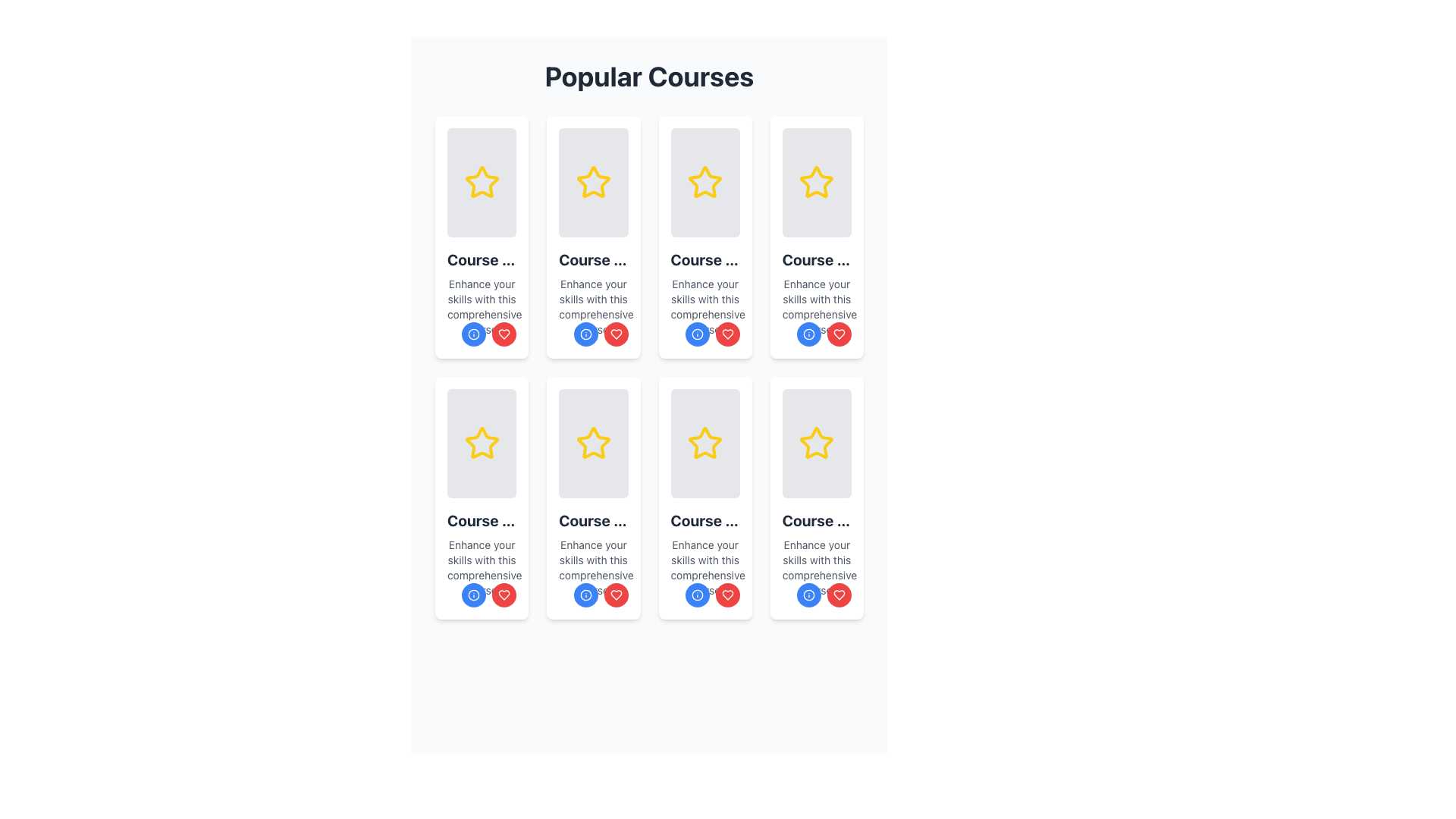  I want to click on the title text label in the fourth card of the top row, which serves as the heading for the course description, so click(816, 259).